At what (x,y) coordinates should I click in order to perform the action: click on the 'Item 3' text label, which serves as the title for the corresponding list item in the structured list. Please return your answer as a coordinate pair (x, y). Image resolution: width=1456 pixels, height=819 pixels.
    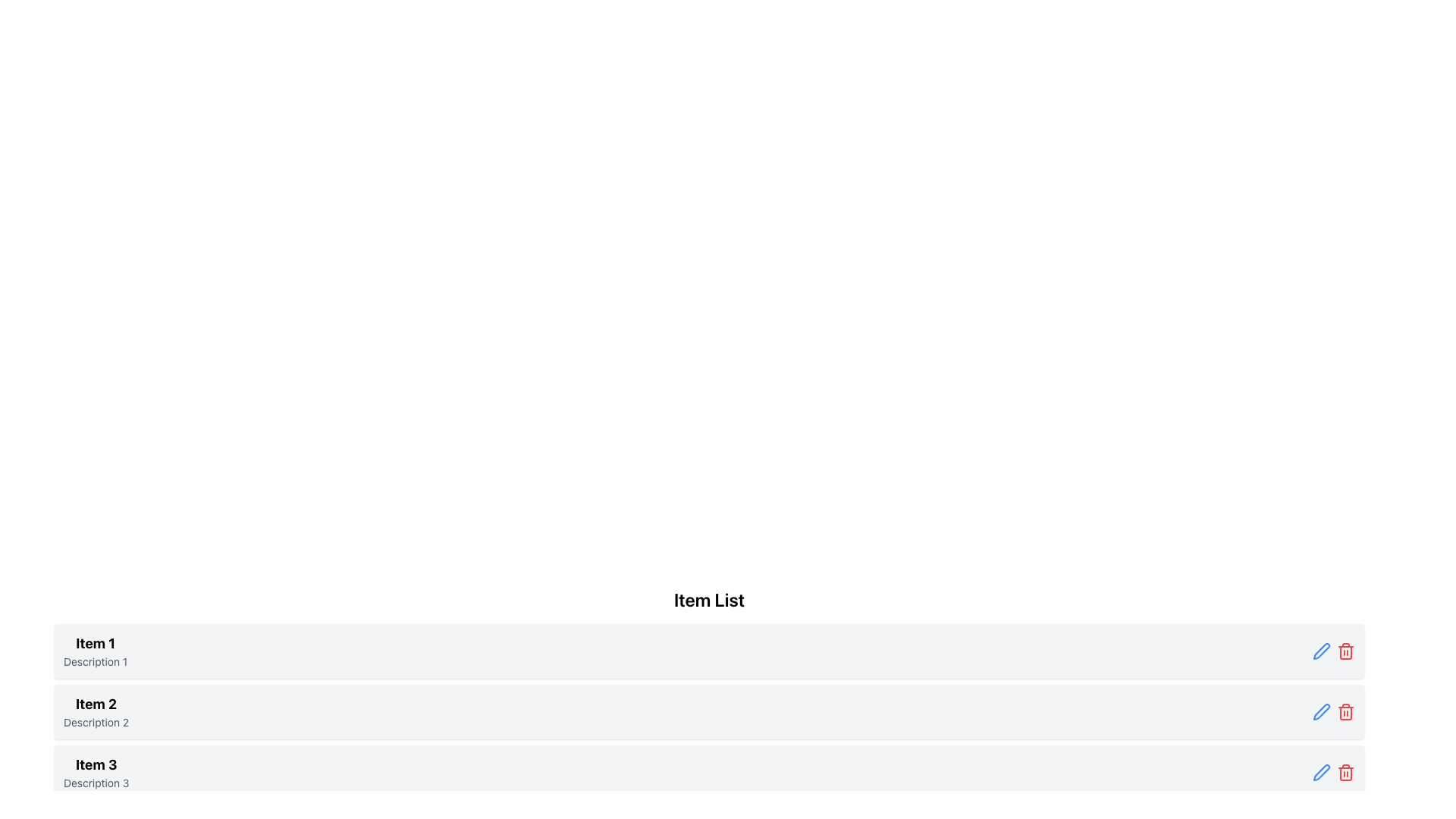
    Looking at the image, I should click on (96, 765).